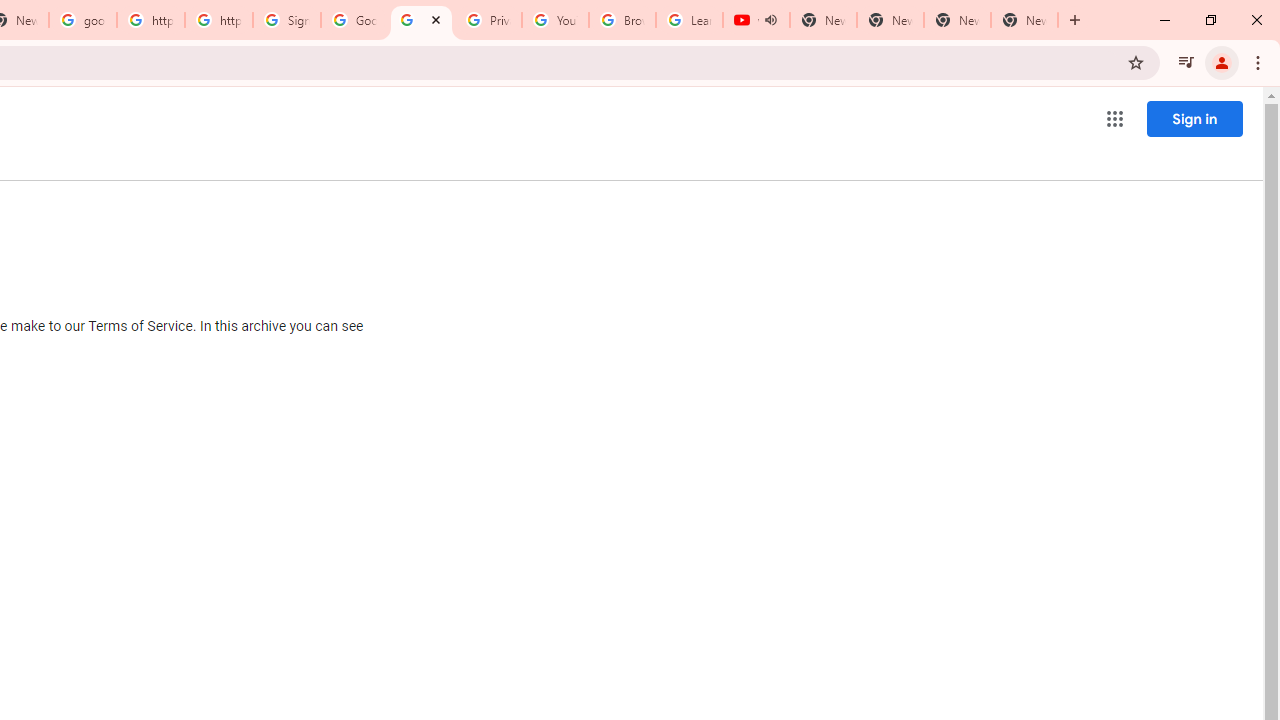 The image size is (1280, 720). I want to click on 'YouTube', so click(555, 20).